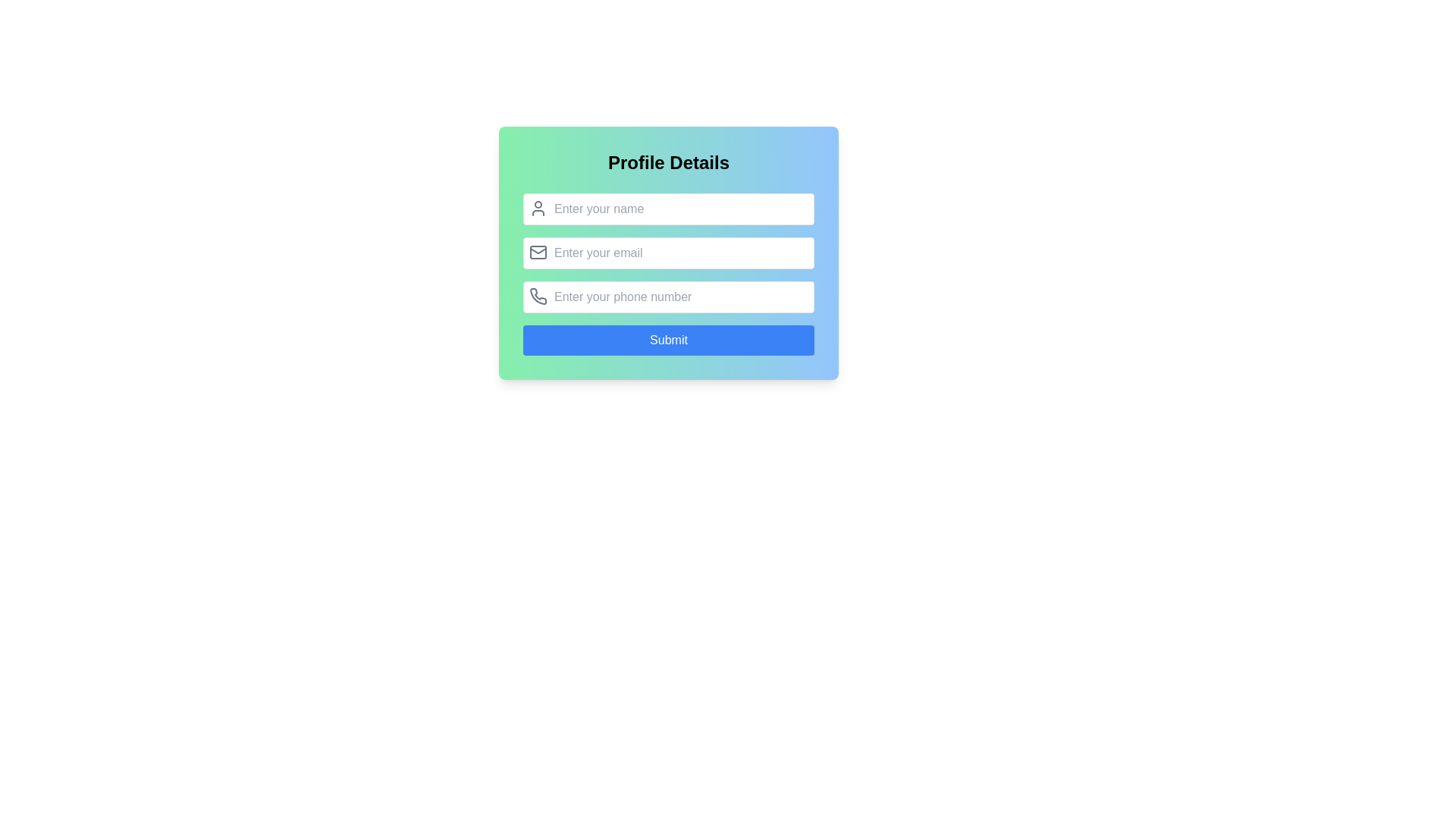 The height and width of the screenshot is (819, 1456). Describe the element at coordinates (668, 275) in the screenshot. I see `the second input field for email entry within the 'Profile Details' section to focus the field` at that location.